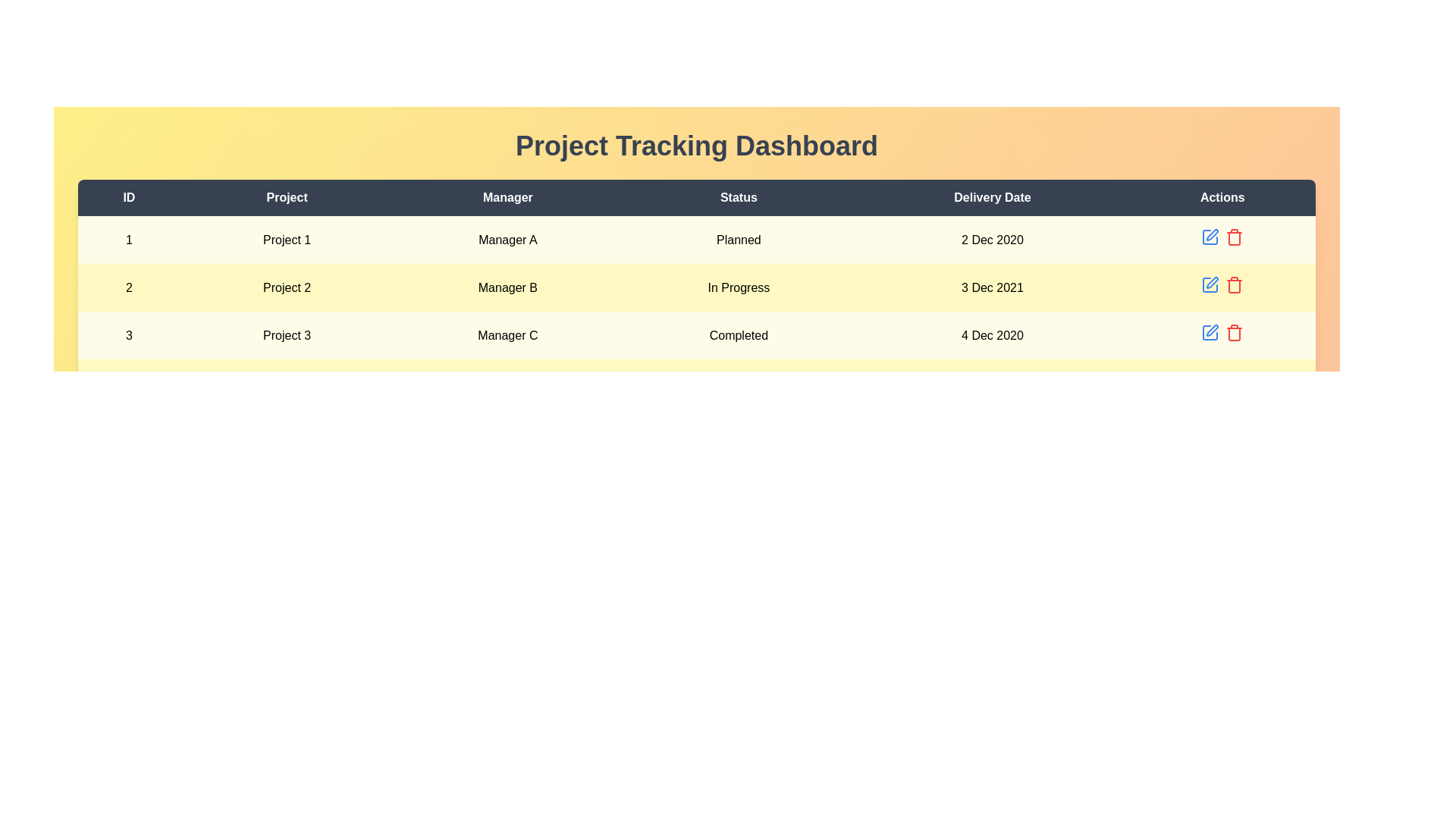  Describe the element at coordinates (992, 197) in the screenshot. I see `the column header Delivery Date to sort the projects` at that location.